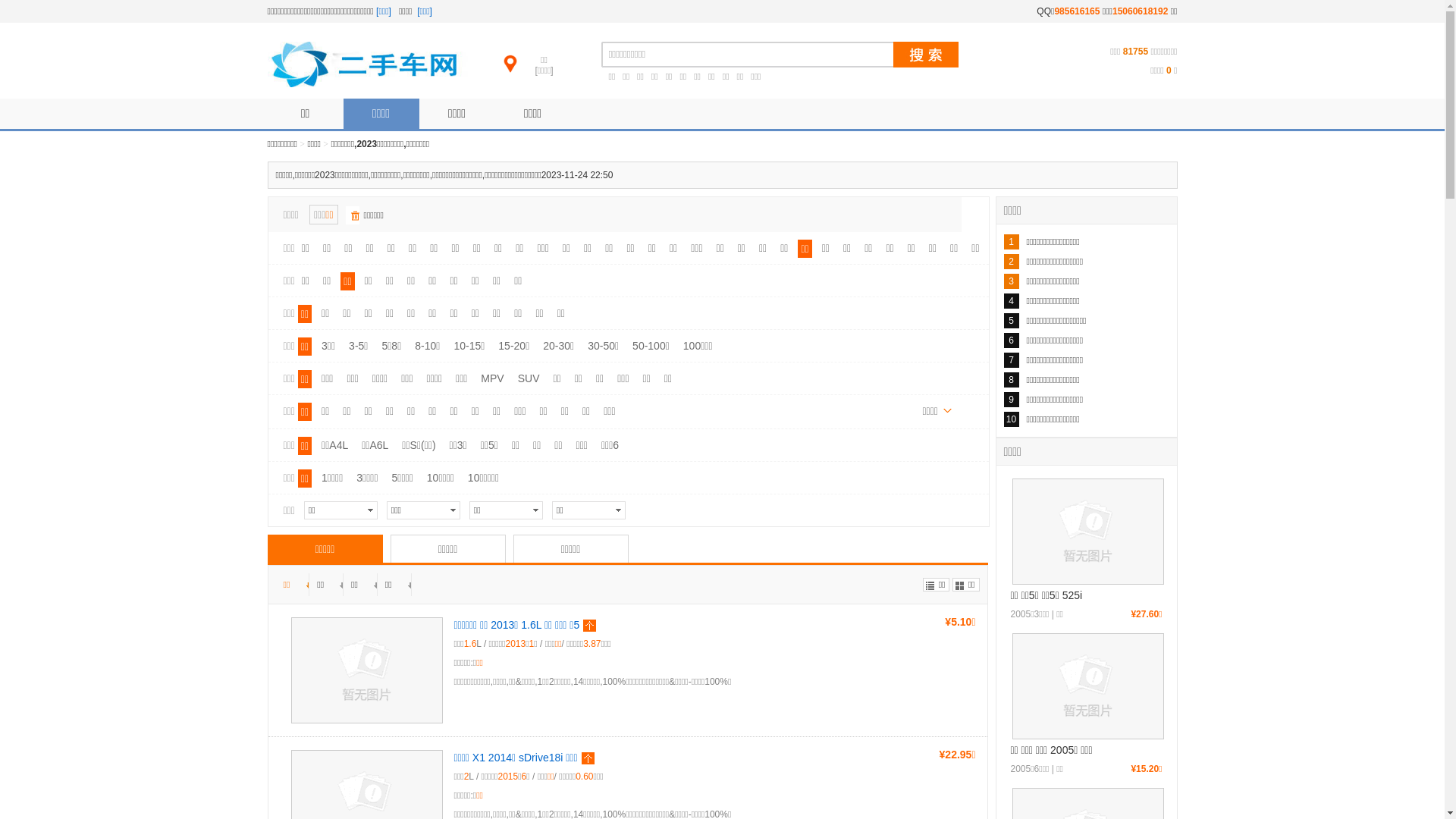 The width and height of the screenshot is (1456, 819). What do you see at coordinates (513, 377) in the screenshot?
I see `'SUV'` at bounding box center [513, 377].